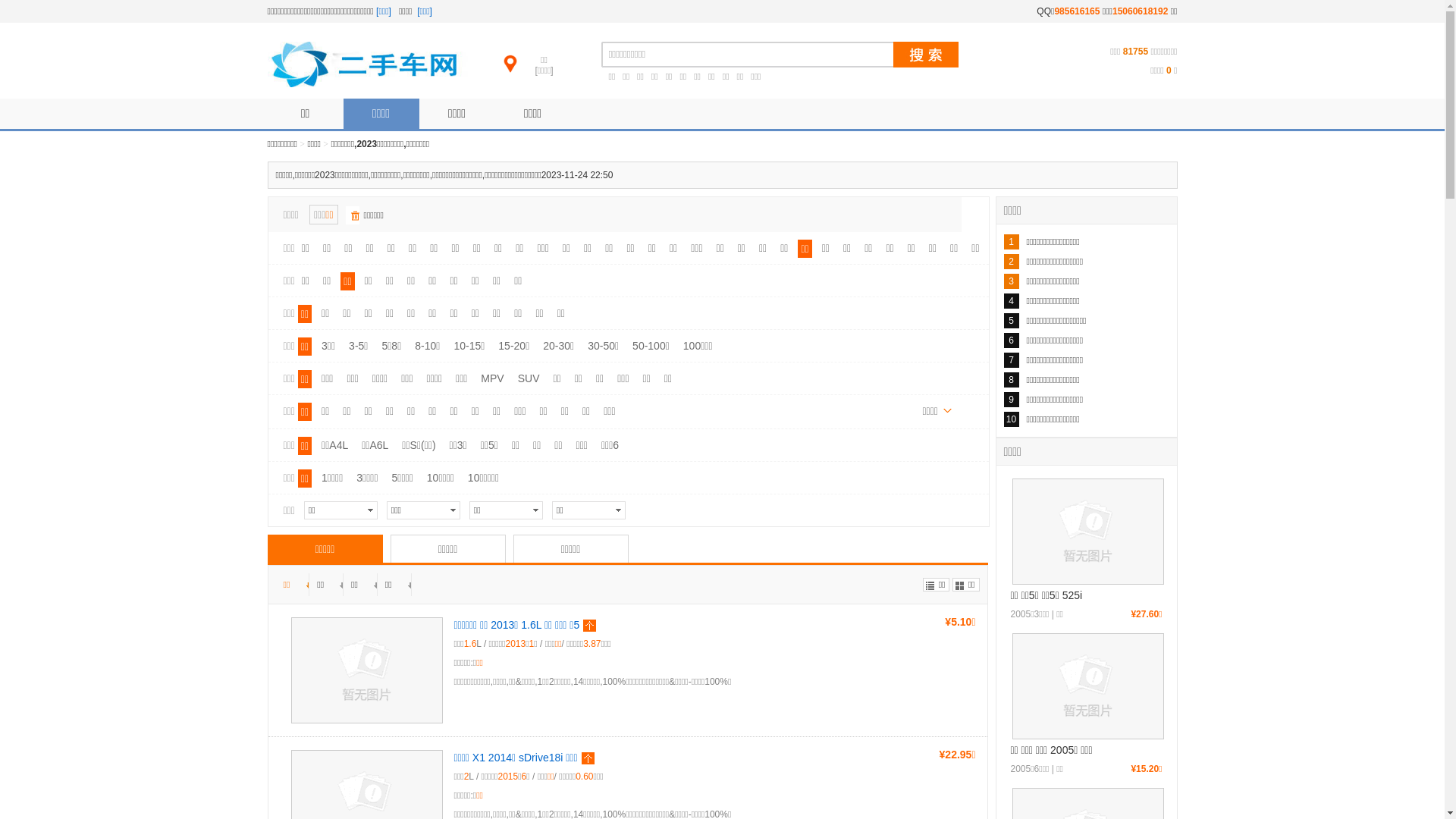 The width and height of the screenshot is (1456, 819). What do you see at coordinates (513, 377) in the screenshot?
I see `'SUV'` at bounding box center [513, 377].